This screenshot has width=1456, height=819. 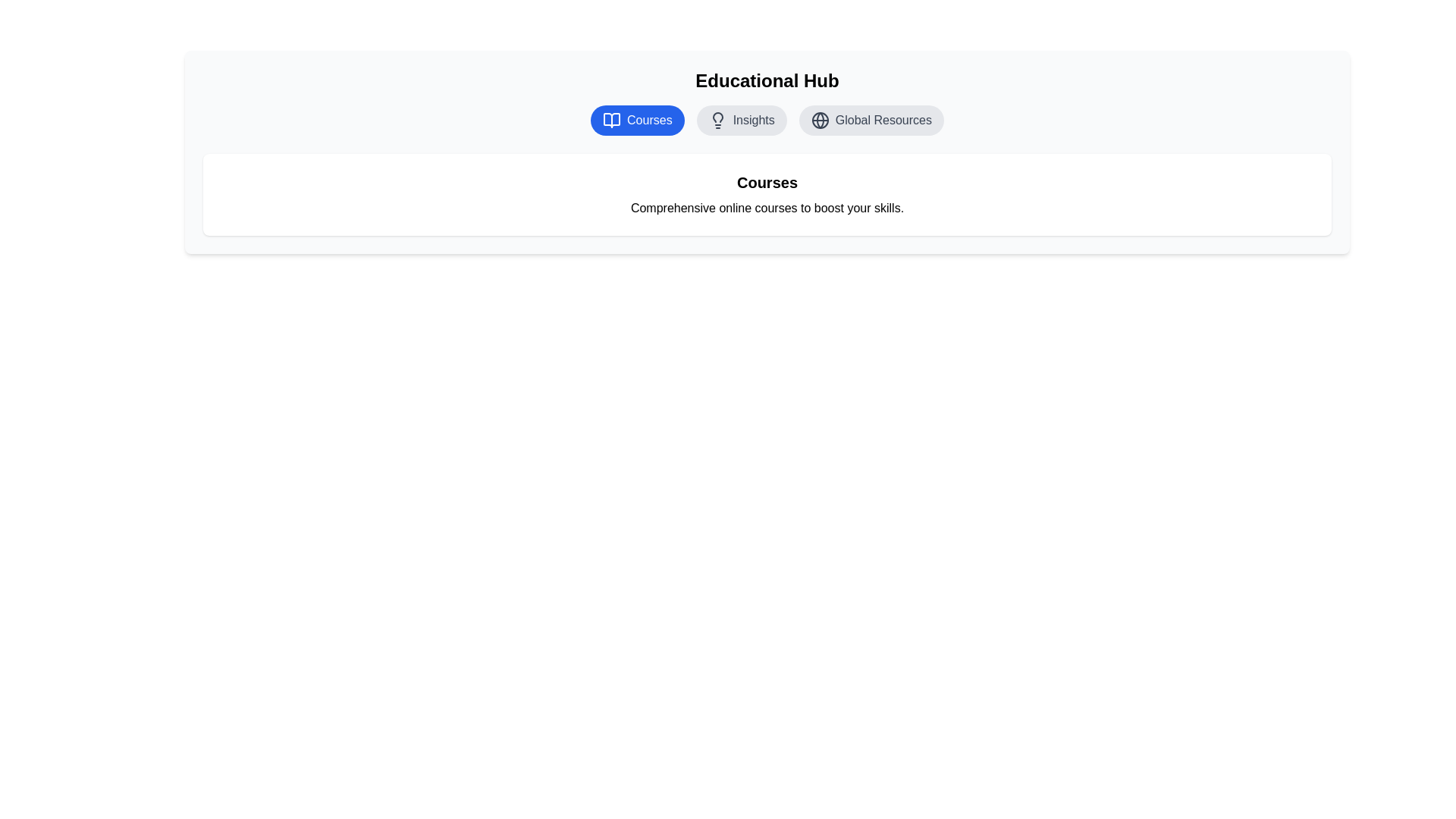 What do you see at coordinates (742, 119) in the screenshot?
I see `the 'Insights' tab to activate its content` at bounding box center [742, 119].